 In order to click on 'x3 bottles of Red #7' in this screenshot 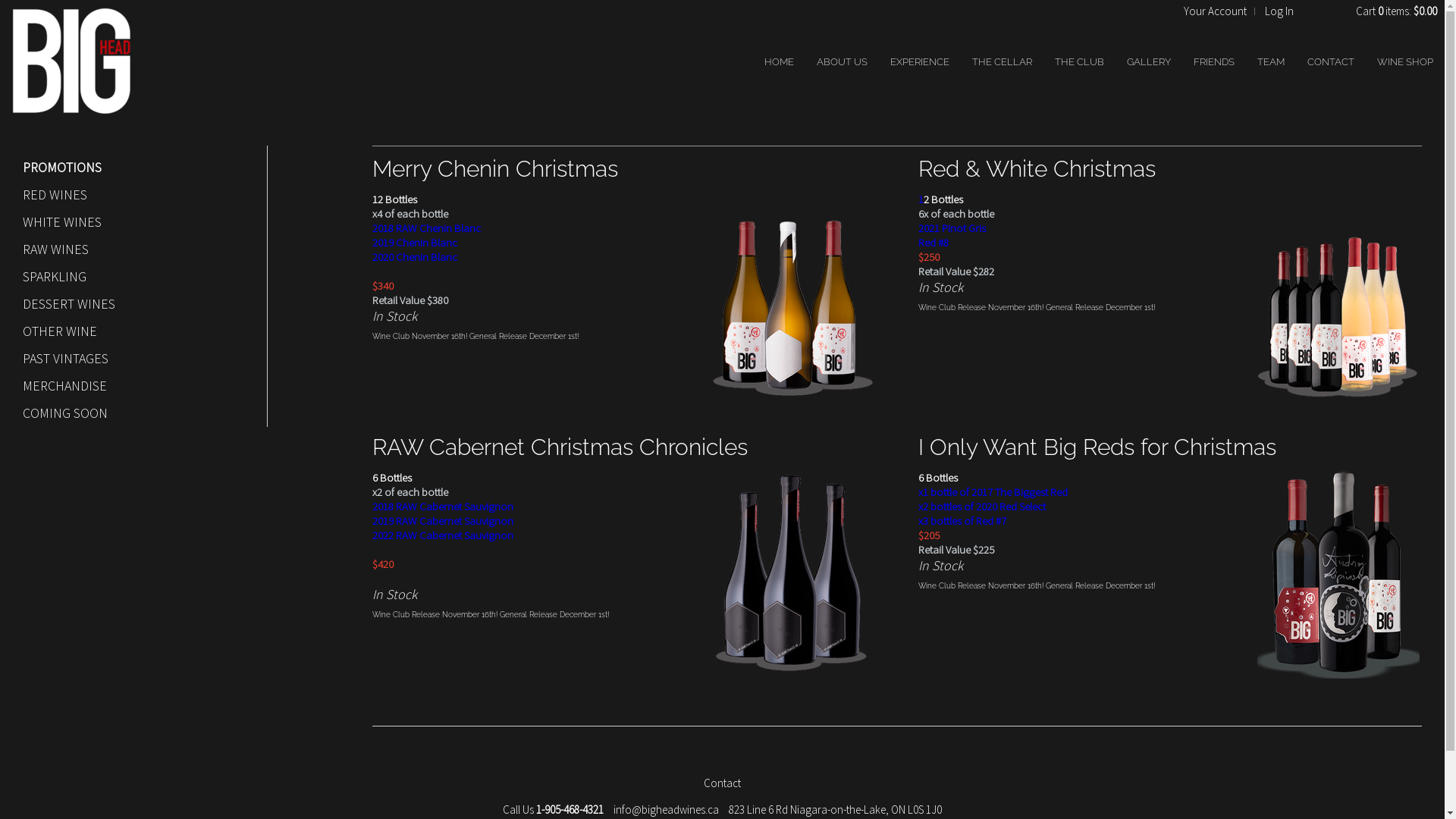, I will do `click(961, 519)`.